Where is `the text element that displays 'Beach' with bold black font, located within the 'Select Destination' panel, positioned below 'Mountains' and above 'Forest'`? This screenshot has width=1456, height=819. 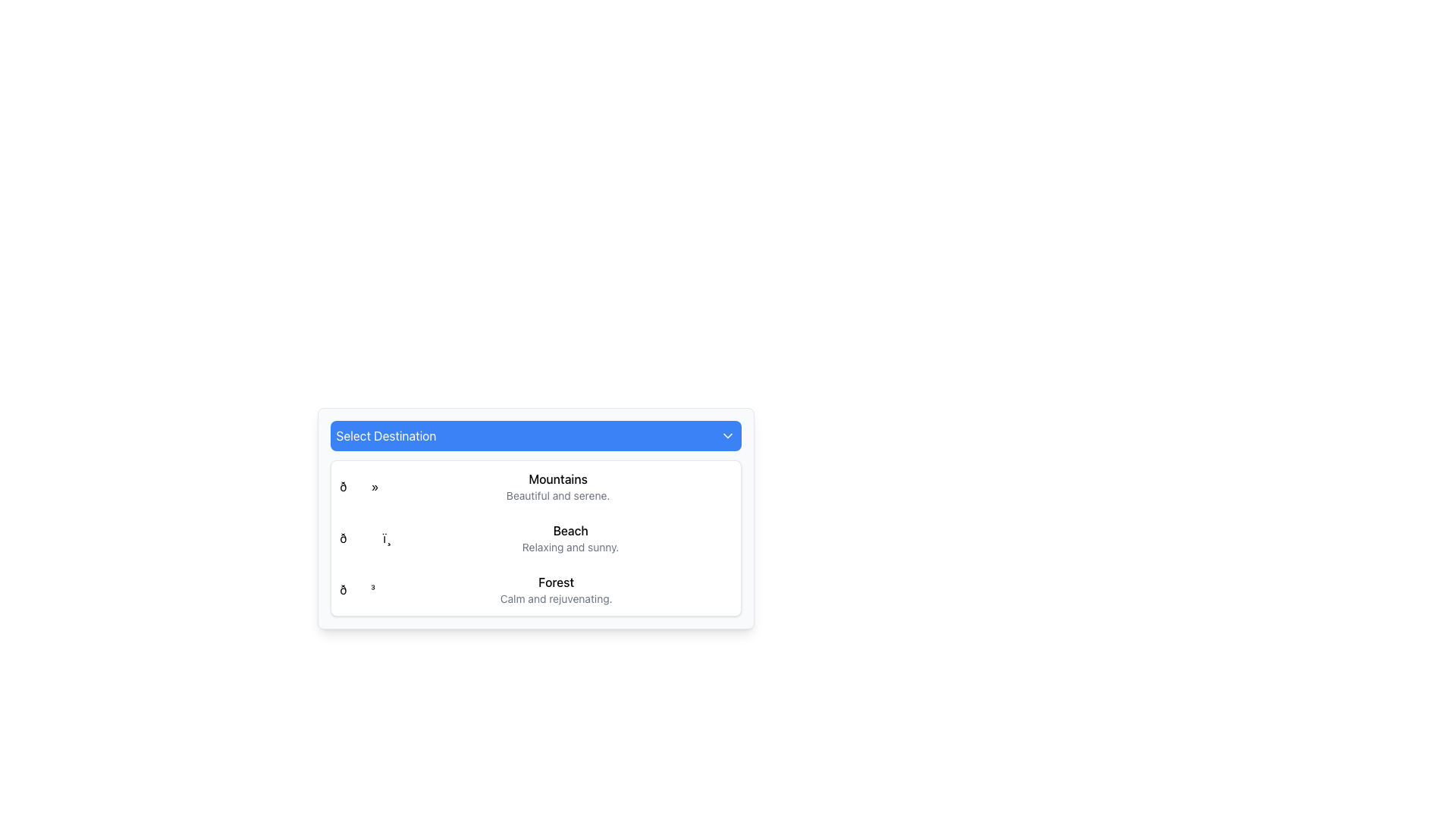 the text element that displays 'Beach' with bold black font, located within the 'Select Destination' panel, positioned below 'Mountains' and above 'Forest' is located at coordinates (570, 537).